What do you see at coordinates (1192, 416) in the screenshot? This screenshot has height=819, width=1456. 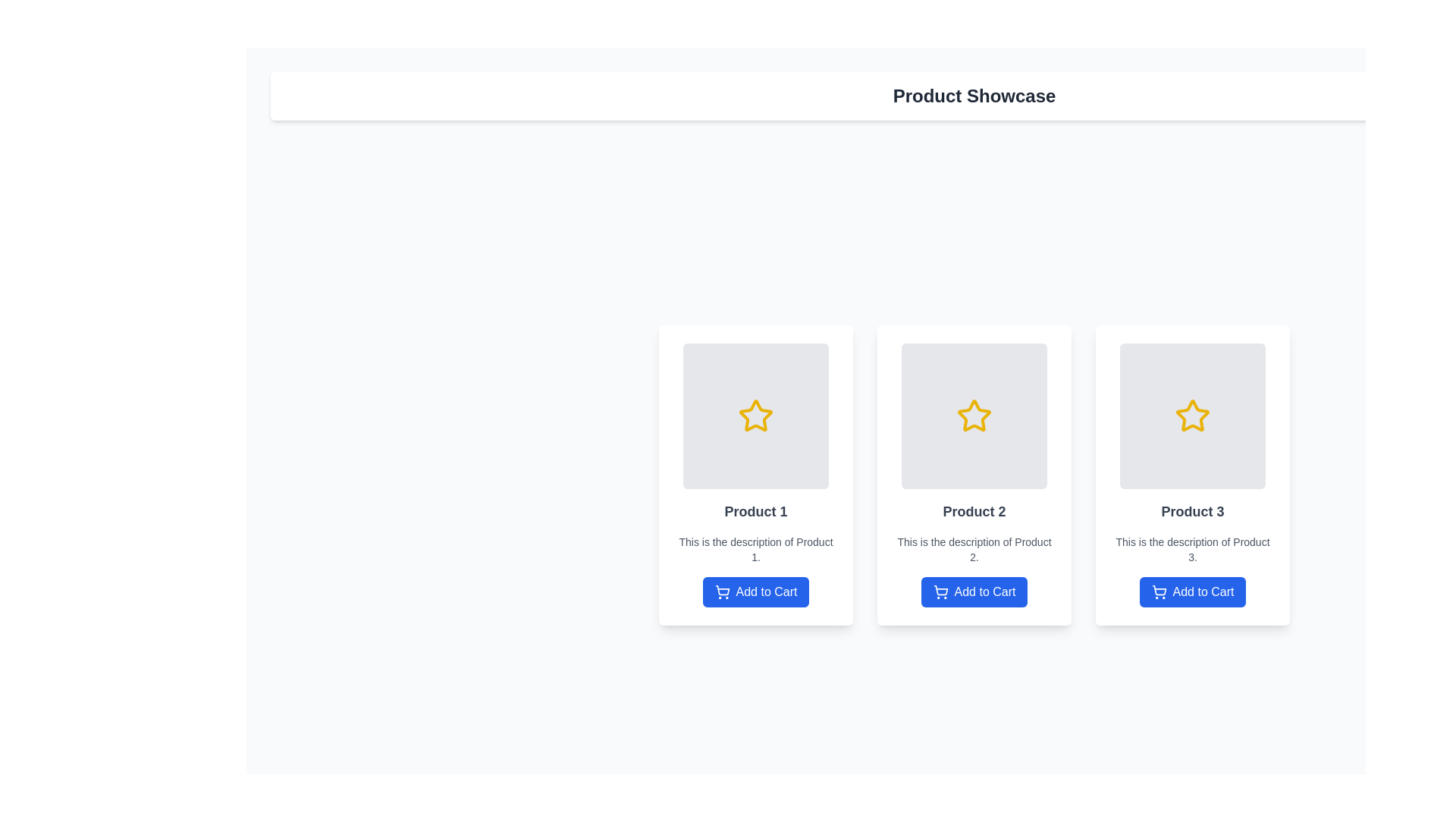 I see `the decorative icon located in the upper section of the 'Product 3' card, positioned within the gray square area above the title and description text` at bounding box center [1192, 416].